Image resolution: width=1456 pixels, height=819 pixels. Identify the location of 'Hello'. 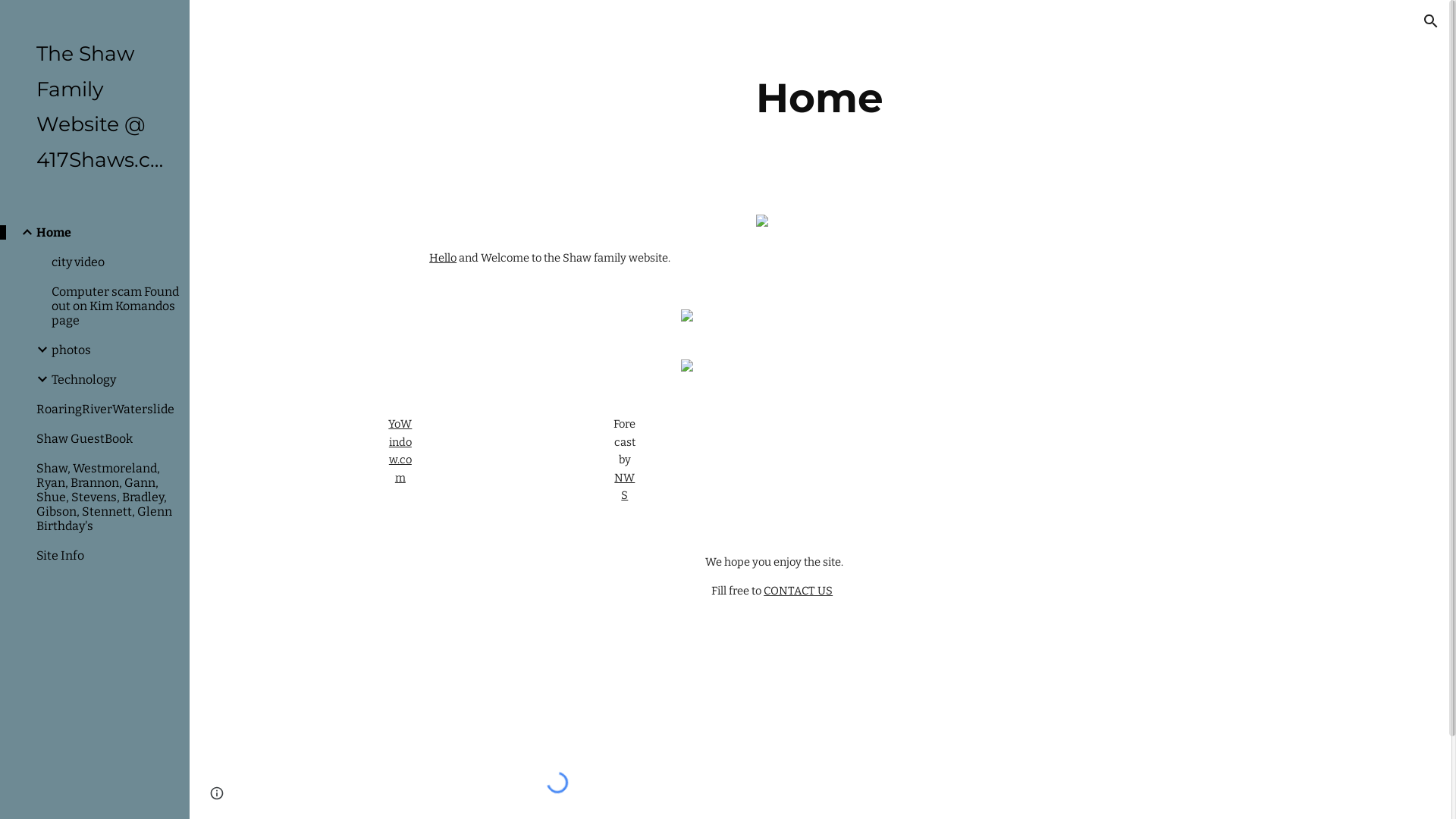
(428, 256).